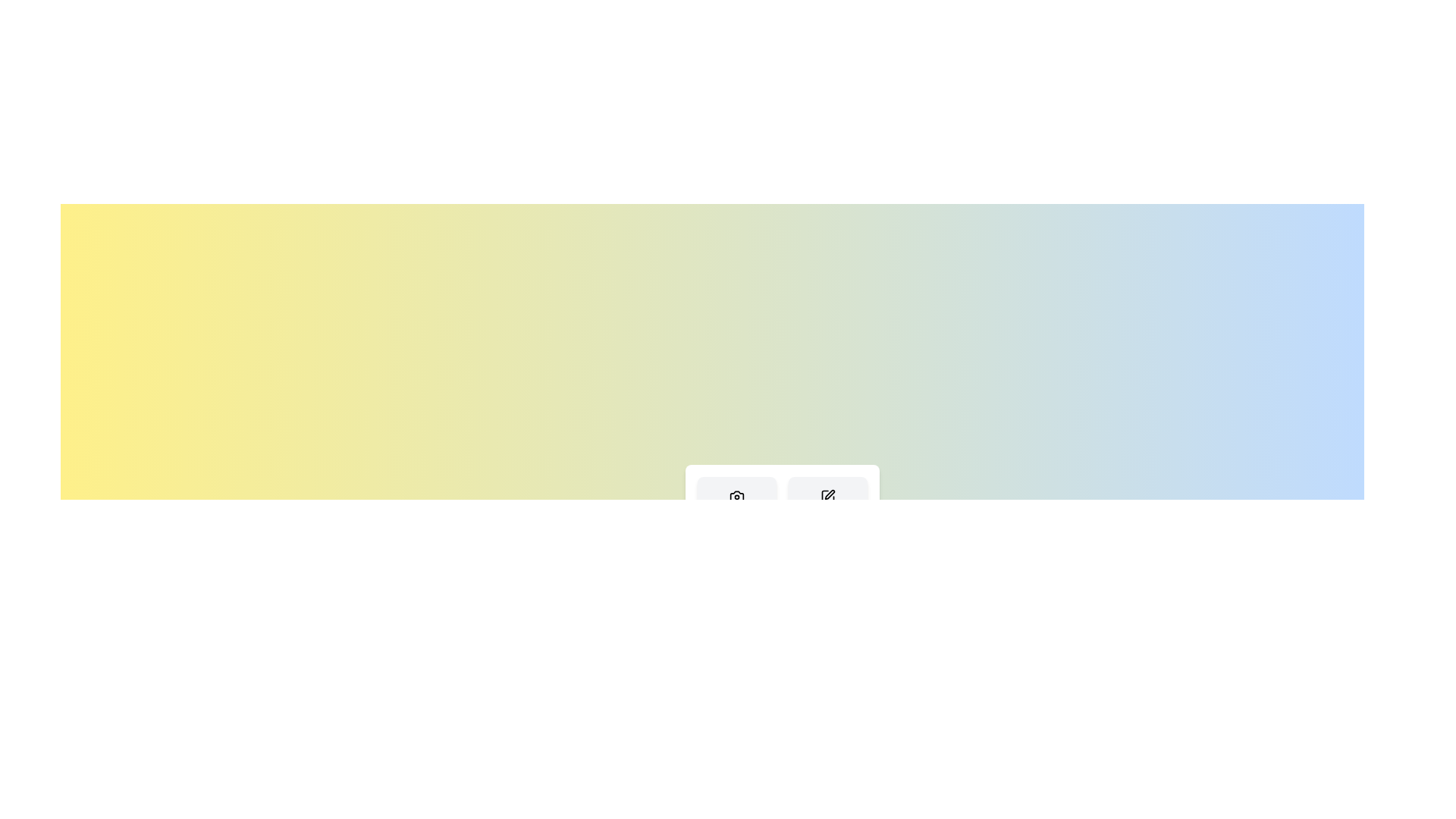 The image size is (1456, 819). I want to click on main button to toggle the menu visibility, so click(711, 613).